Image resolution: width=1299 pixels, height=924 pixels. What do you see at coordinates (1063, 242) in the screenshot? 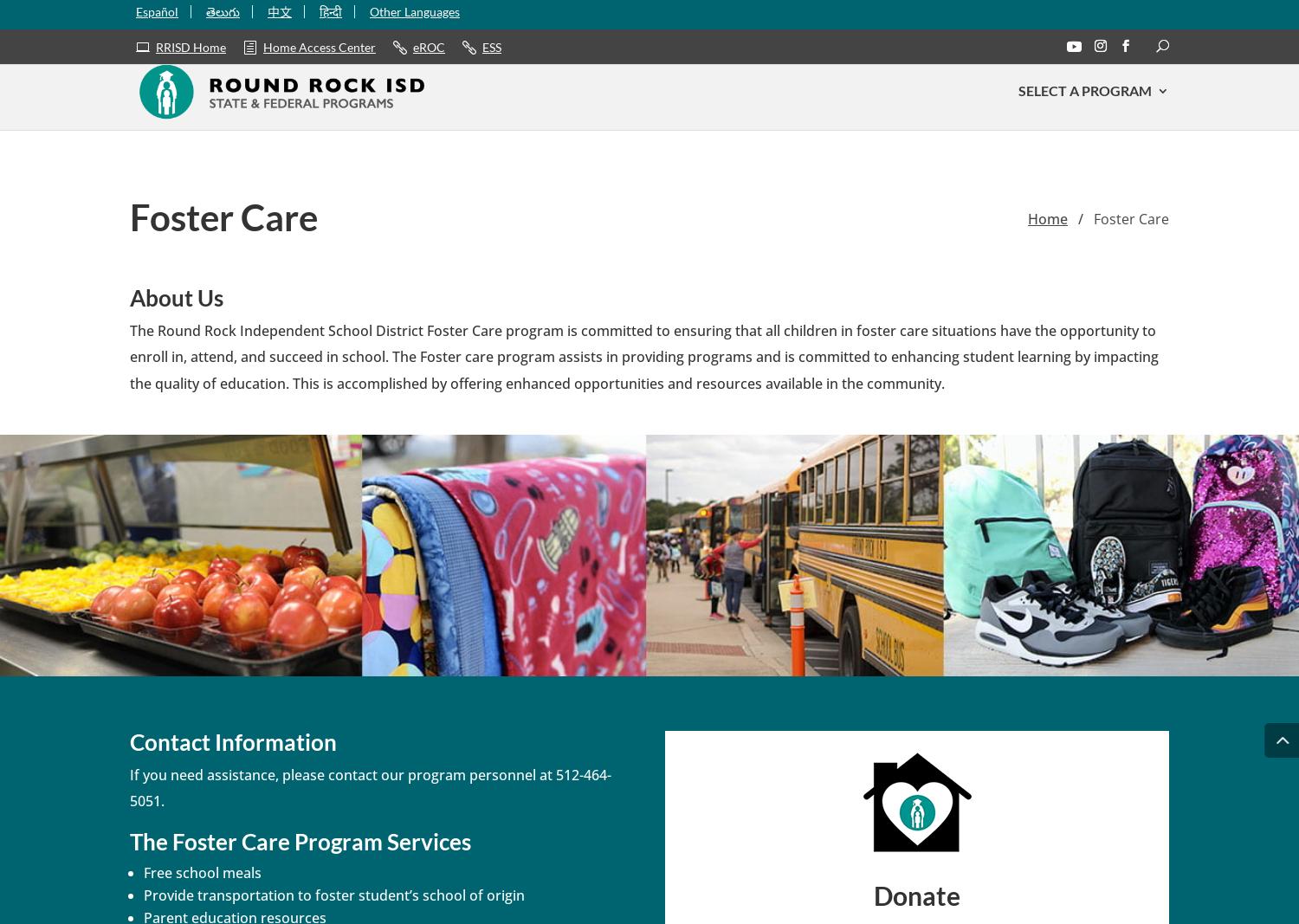
I see `'ESL'` at bounding box center [1063, 242].